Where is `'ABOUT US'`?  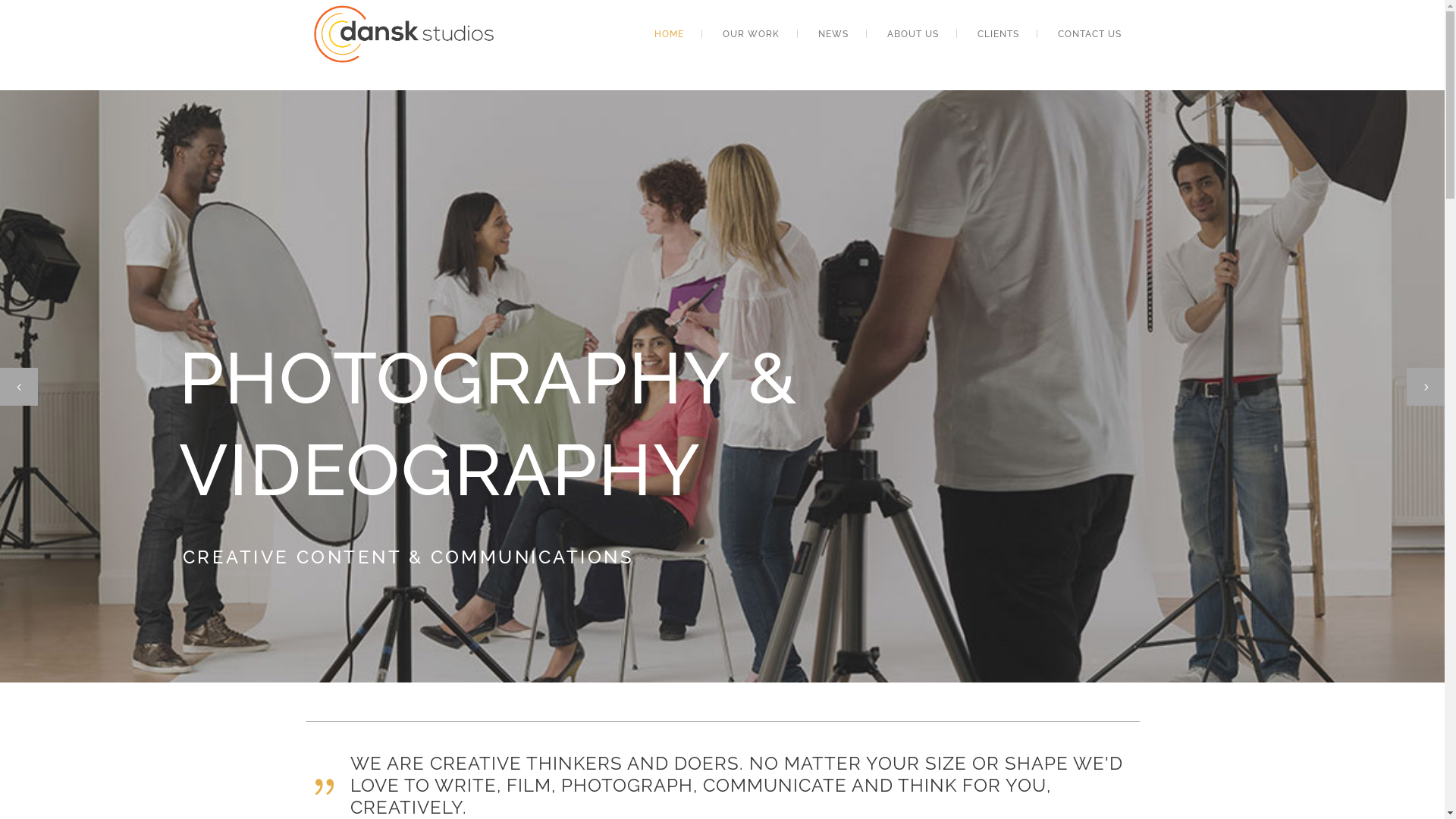 'ABOUT US' is located at coordinates (869, 34).